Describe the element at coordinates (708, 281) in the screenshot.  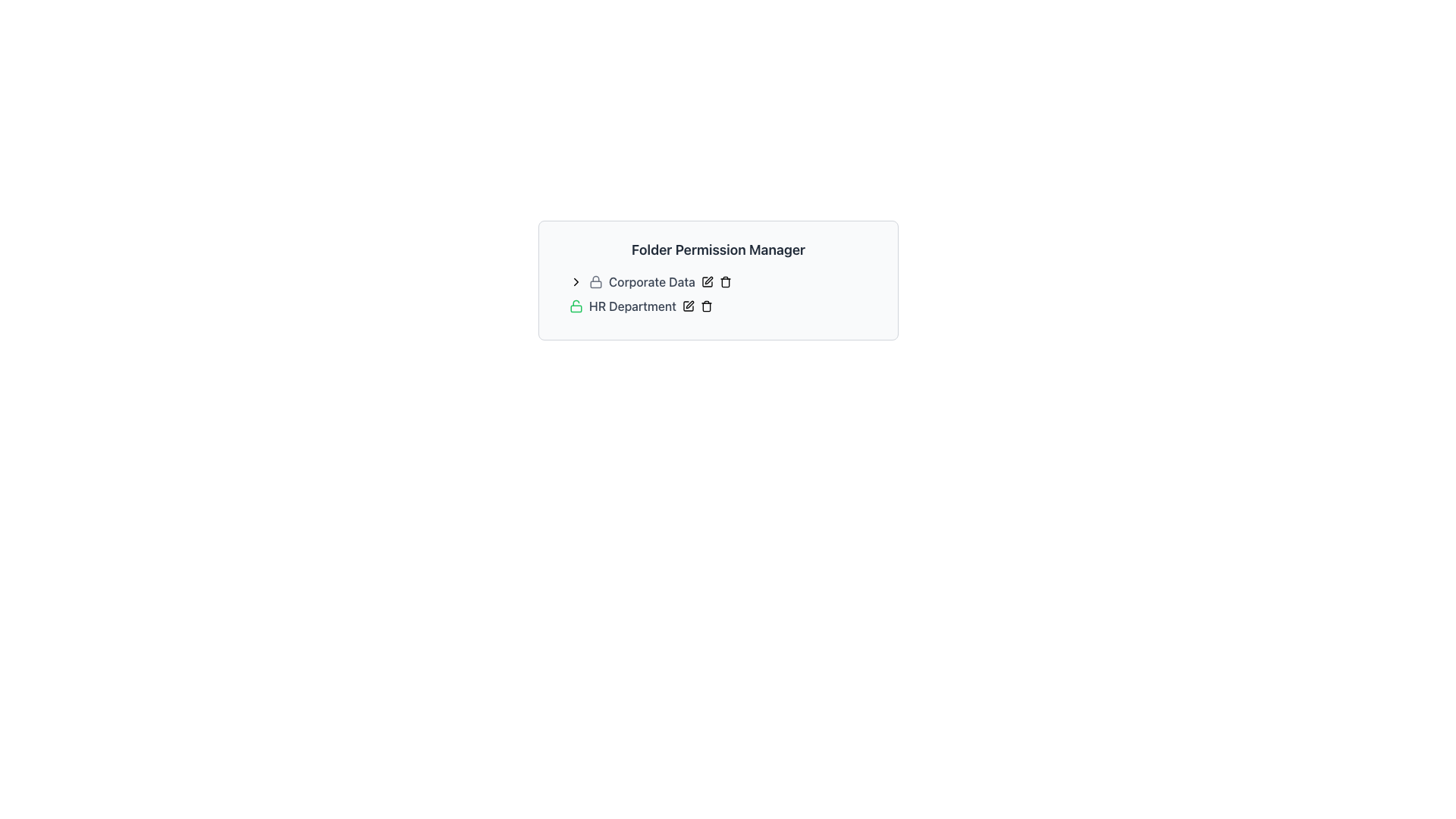
I see `the editing SVG icon located to the right of the 'Corporate Data' label in the 'Folder Permission Manager' interface` at that location.